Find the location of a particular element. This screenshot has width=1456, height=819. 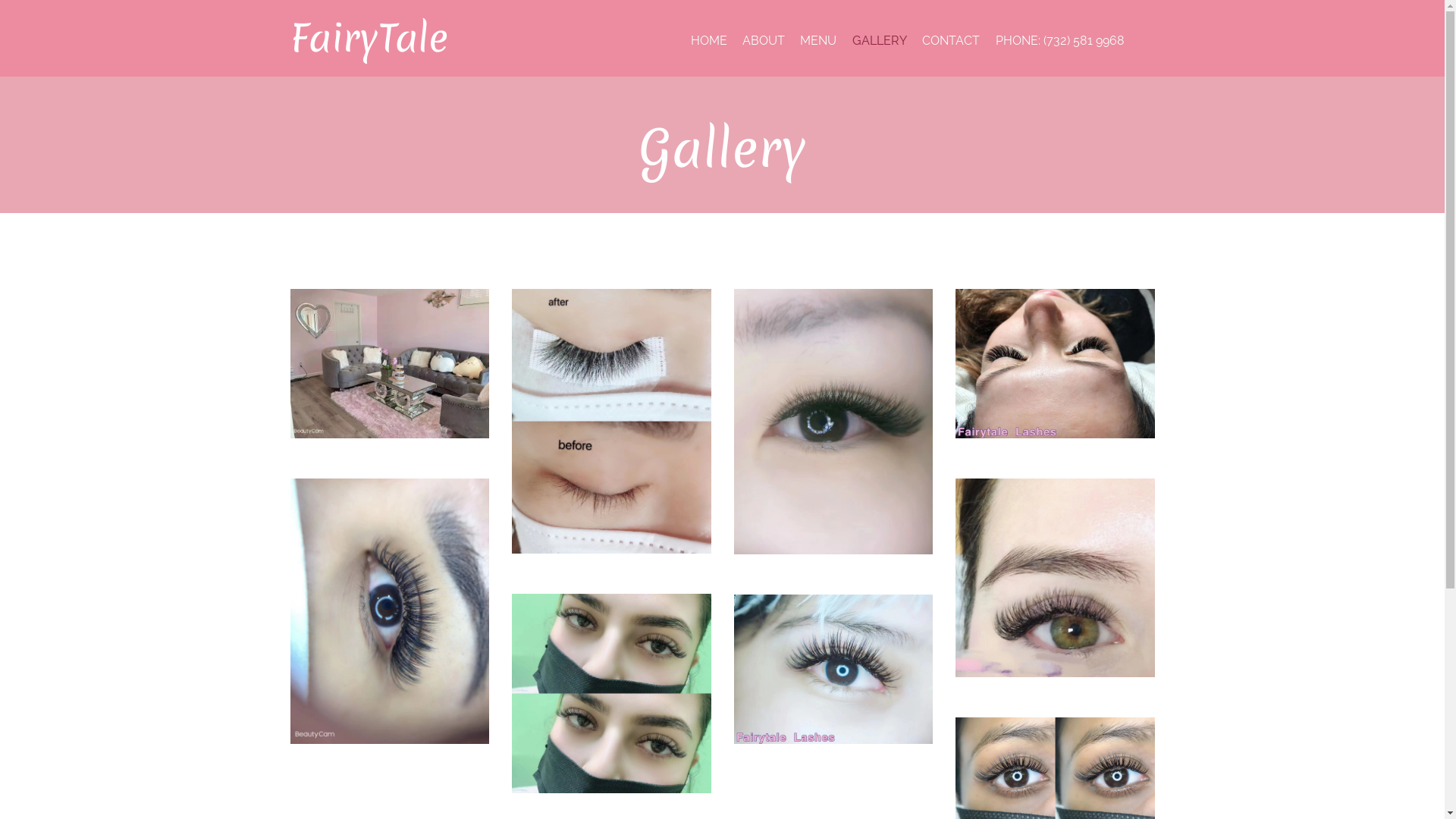

'CONTACT' is located at coordinates (949, 40).